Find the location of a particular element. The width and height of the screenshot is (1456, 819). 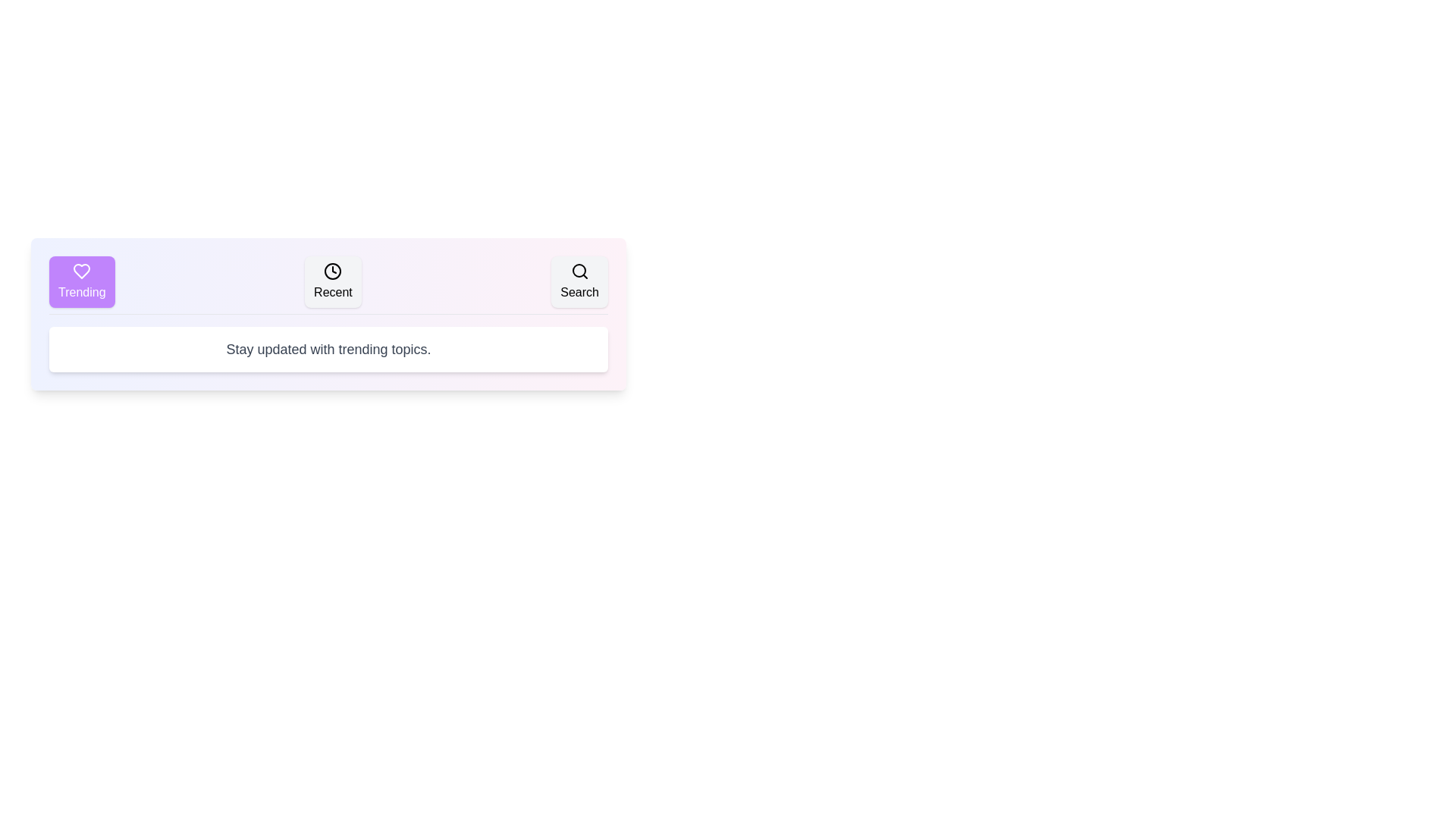

the tab button labeled Recent is located at coordinates (331, 281).